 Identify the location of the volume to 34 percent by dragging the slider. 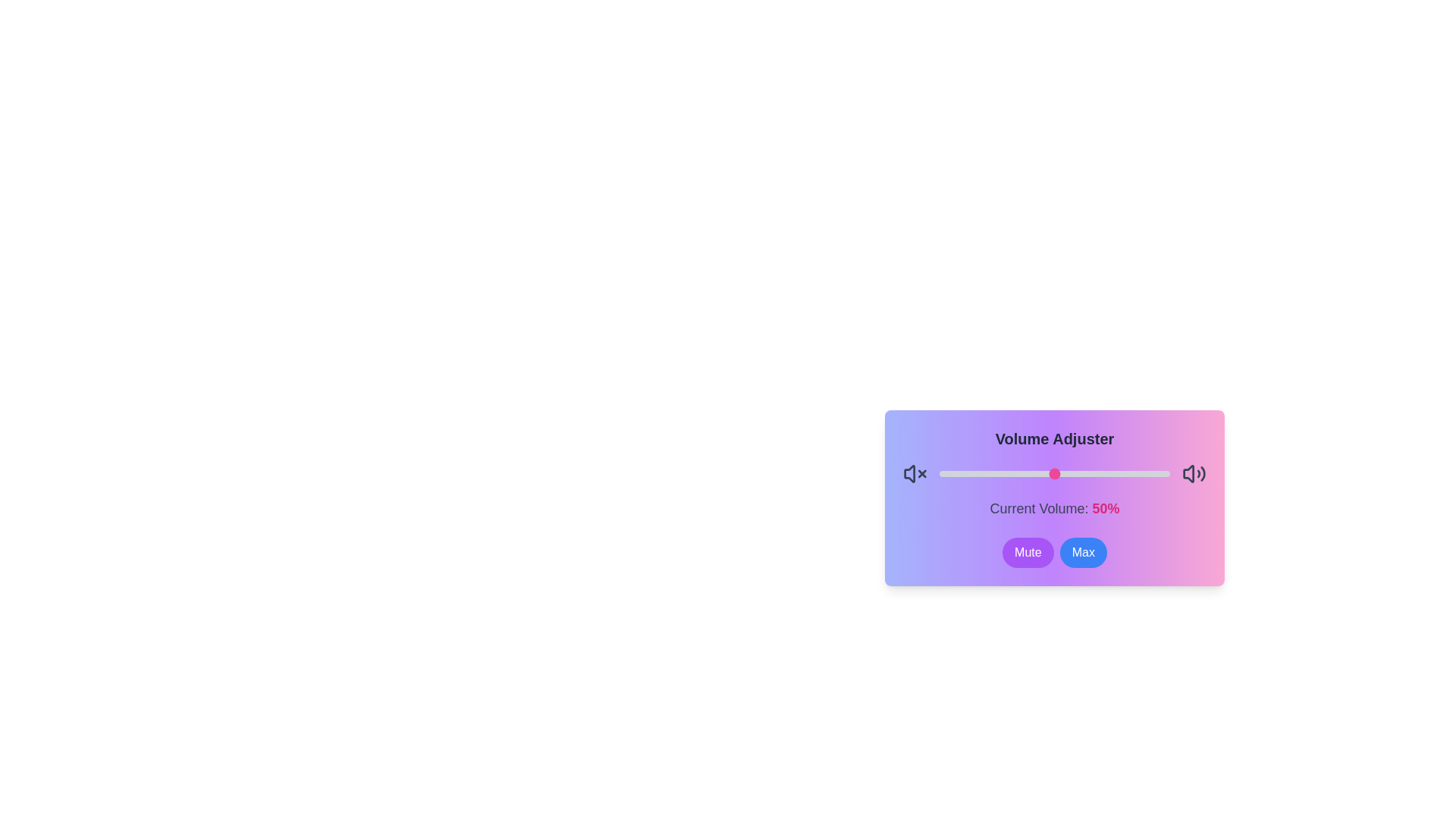
(1018, 472).